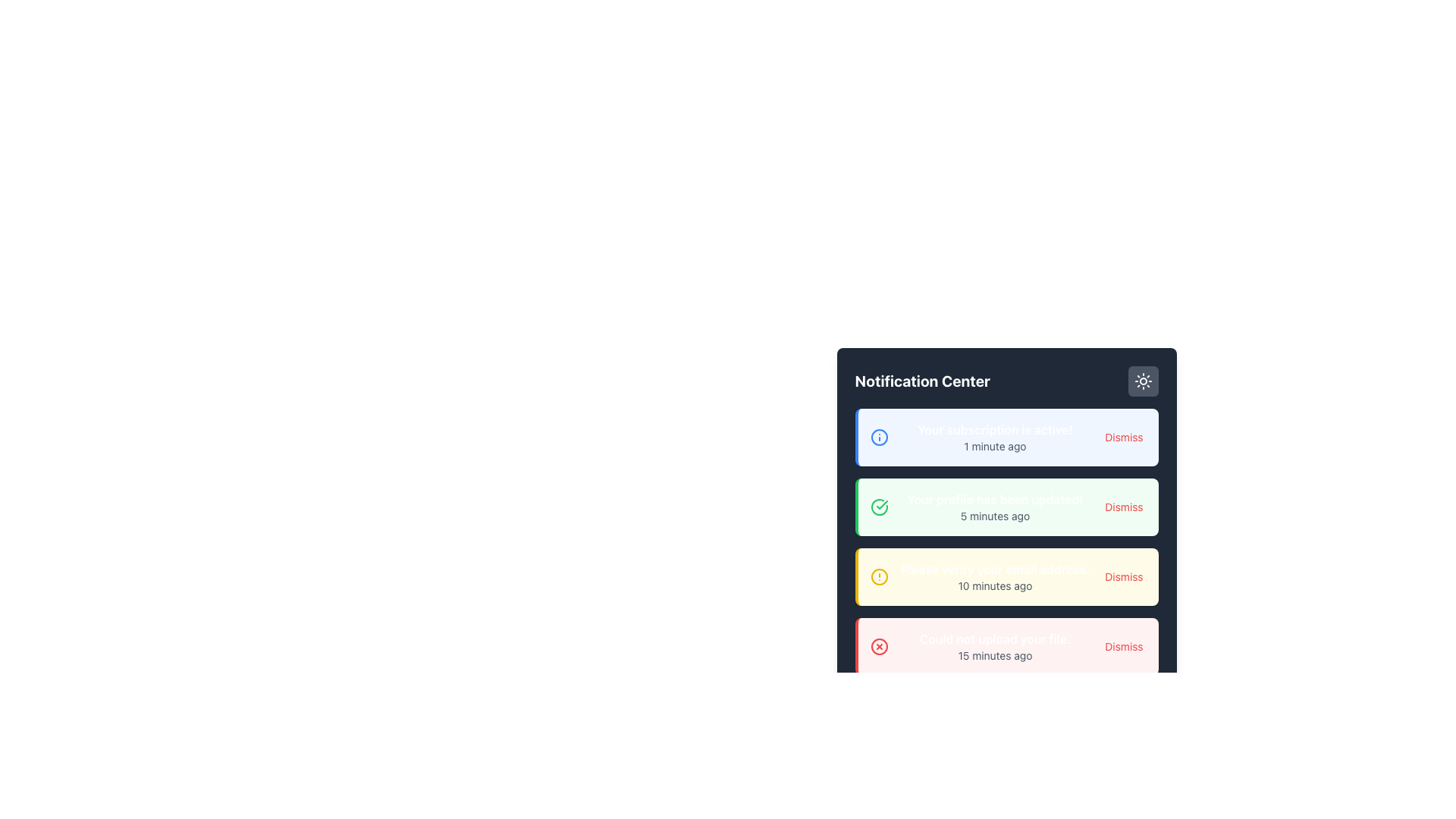  Describe the element at coordinates (879, 507) in the screenshot. I see `the visual indicator, which is a green circular icon with a check mark, located at the leftmost part of the notification saying 'Your profile has been updated!'` at that location.